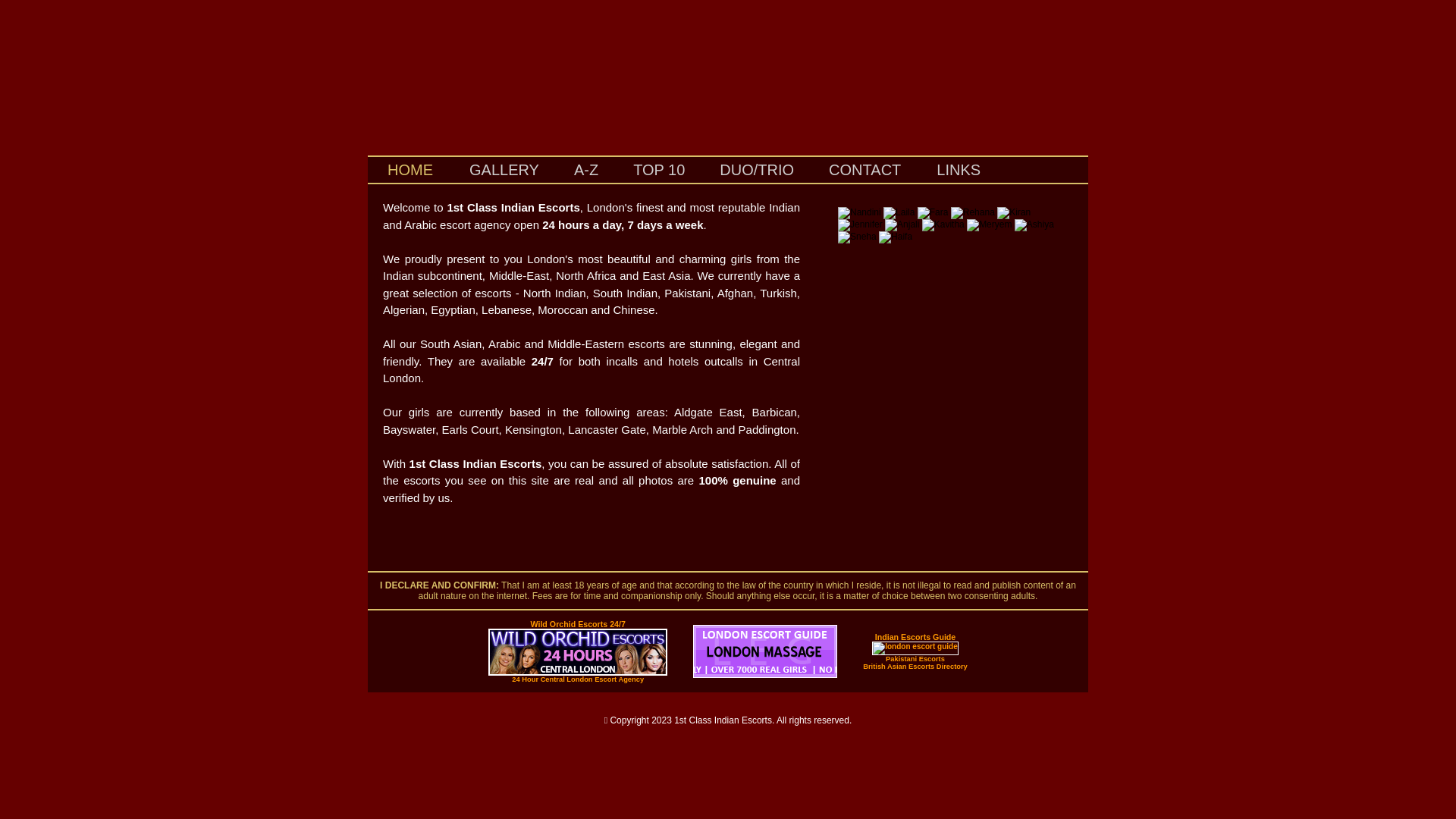 The image size is (1456, 819). What do you see at coordinates (701, 171) in the screenshot?
I see `'DUO/TRIO'` at bounding box center [701, 171].